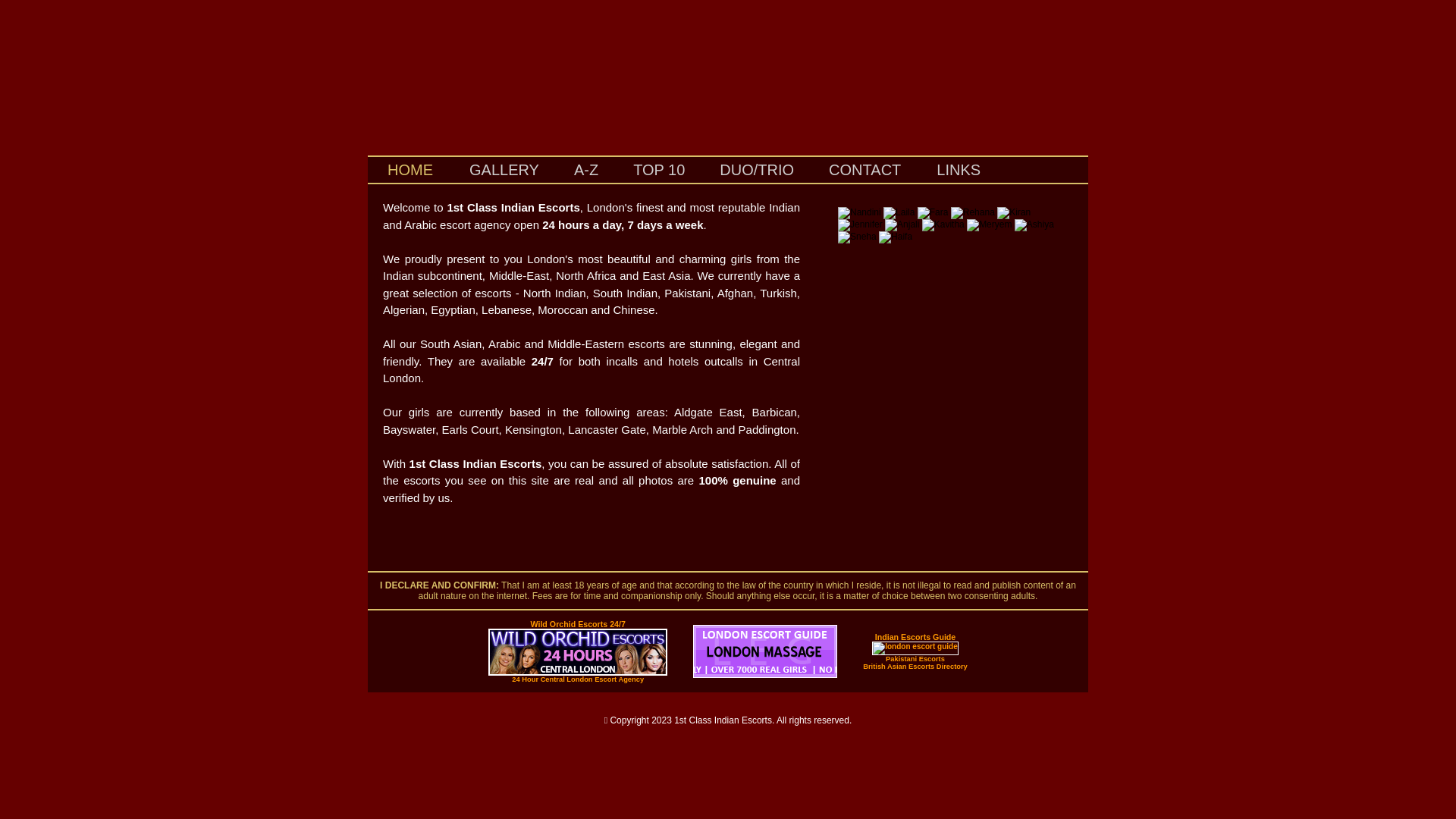 The image size is (1456, 819). What do you see at coordinates (701, 171) in the screenshot?
I see `'DUO/TRIO'` at bounding box center [701, 171].